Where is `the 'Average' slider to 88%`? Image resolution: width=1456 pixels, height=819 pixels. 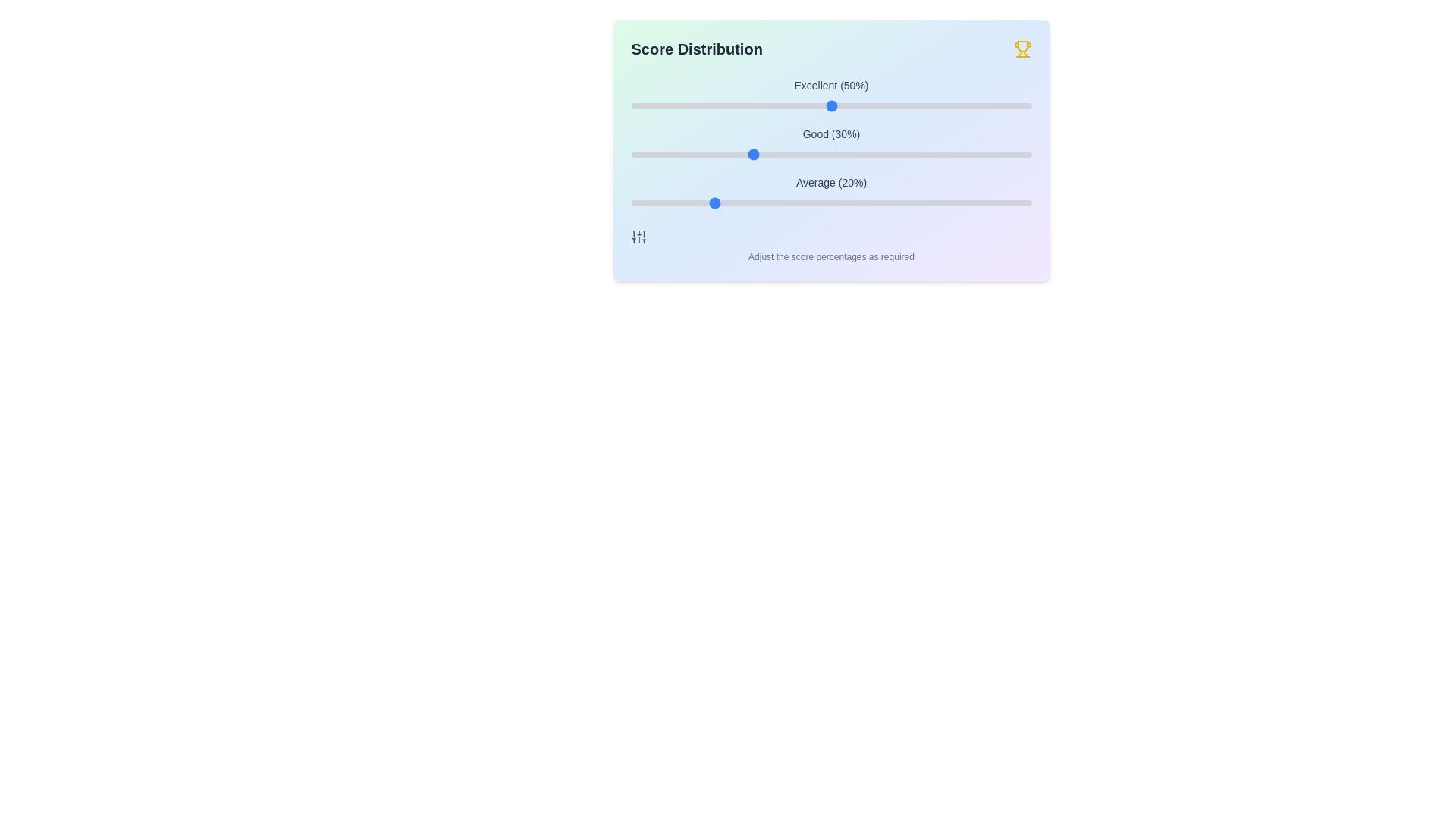 the 'Average' slider to 88% is located at coordinates (984, 202).